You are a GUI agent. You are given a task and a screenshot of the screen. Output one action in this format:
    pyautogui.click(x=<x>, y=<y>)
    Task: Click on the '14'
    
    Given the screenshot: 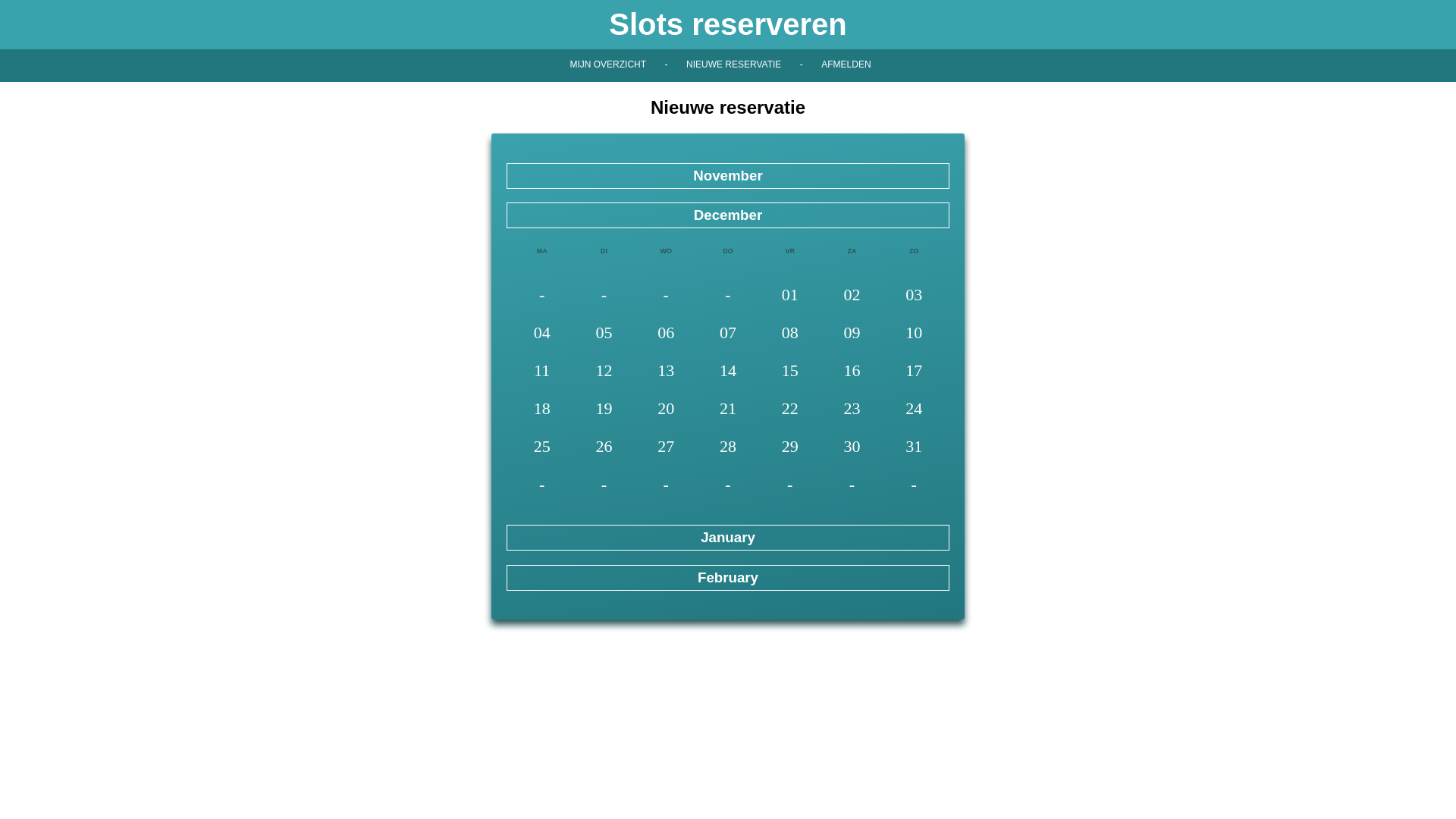 What is the action you would take?
    pyautogui.click(x=728, y=372)
    